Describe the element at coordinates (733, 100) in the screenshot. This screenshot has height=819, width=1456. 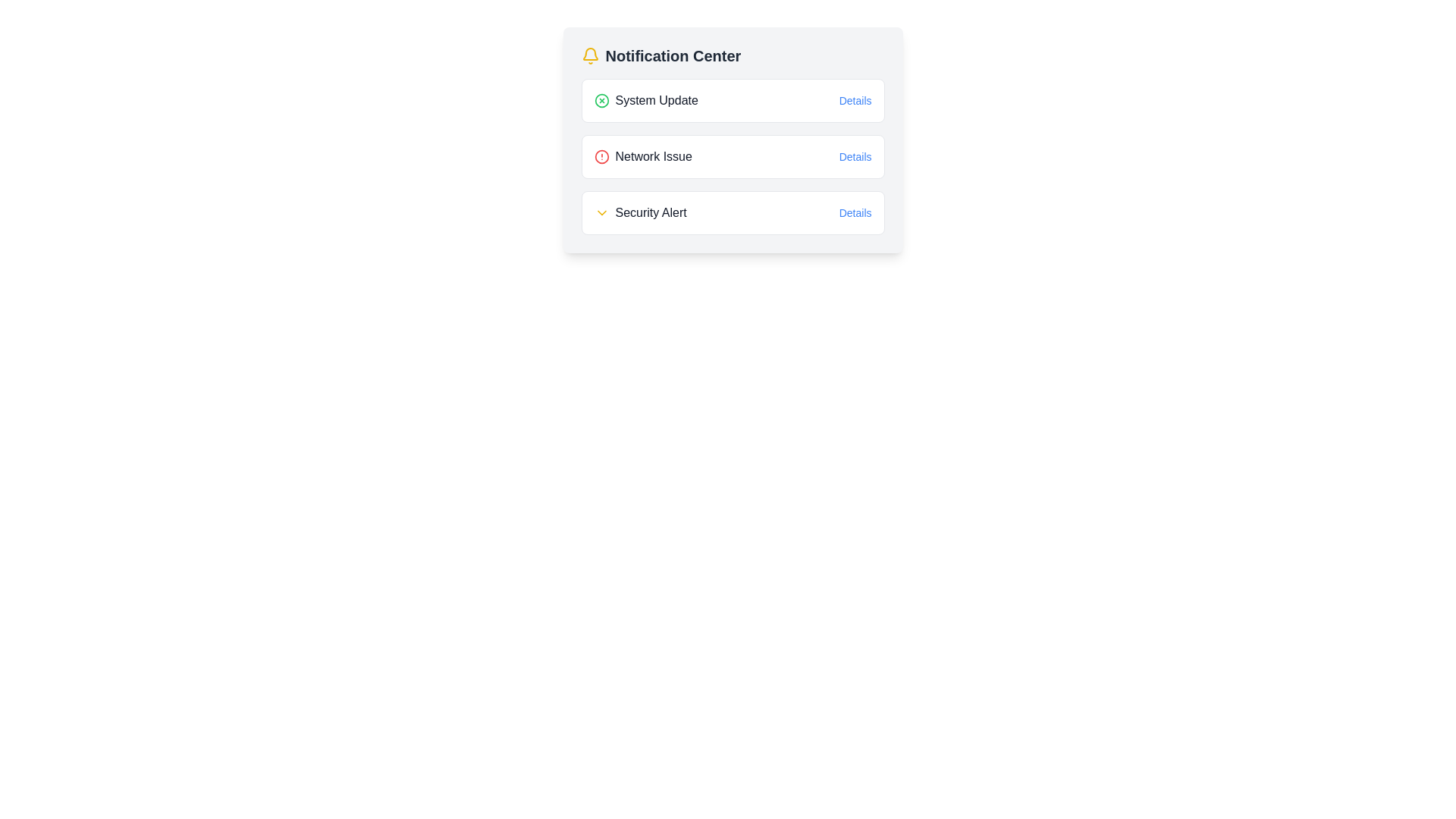
I see `update title from the notification entry labeled 'System Update', which is the first entry in the notification panel` at that location.